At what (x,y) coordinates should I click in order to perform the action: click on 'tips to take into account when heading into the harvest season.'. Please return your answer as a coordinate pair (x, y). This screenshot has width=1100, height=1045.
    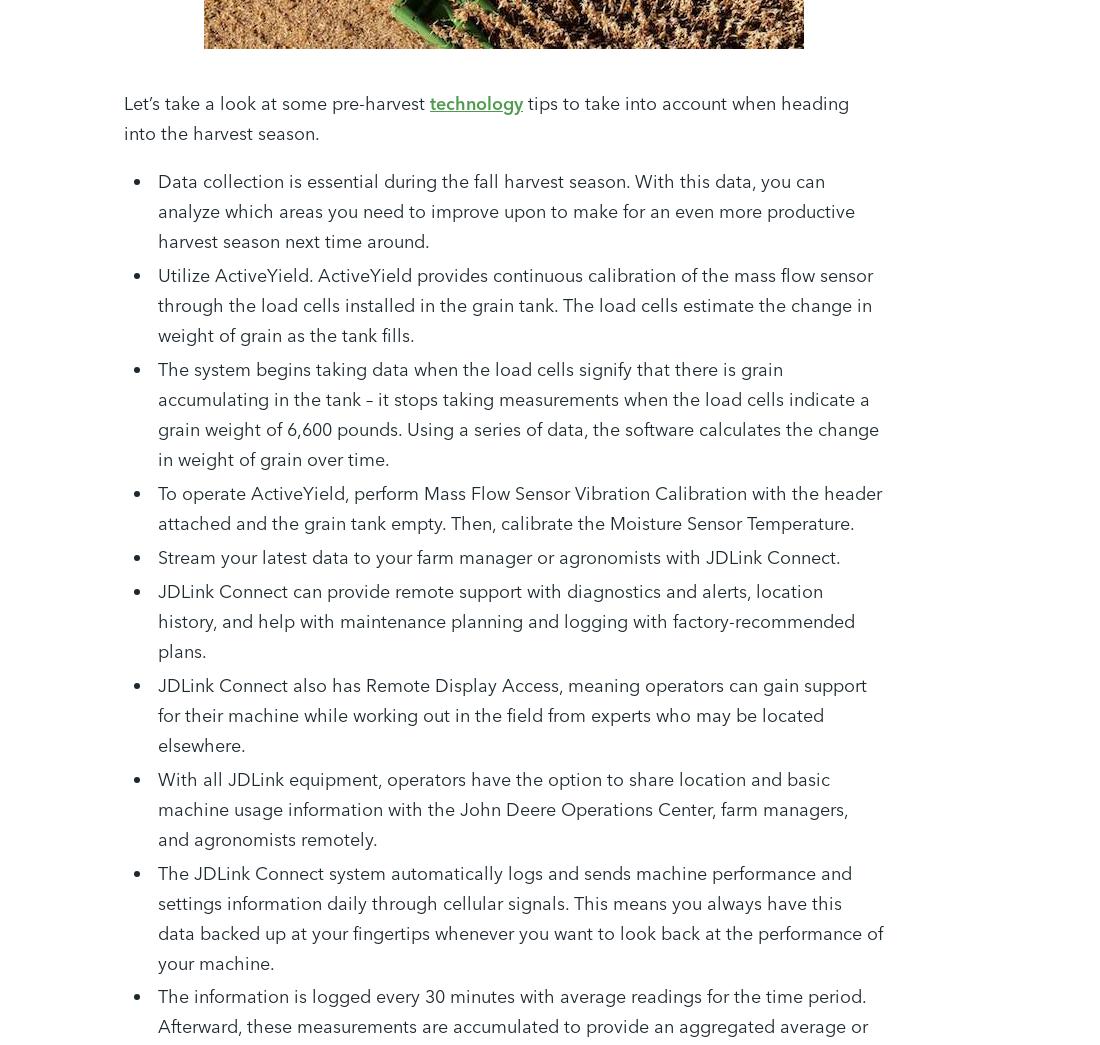
    Looking at the image, I should click on (486, 116).